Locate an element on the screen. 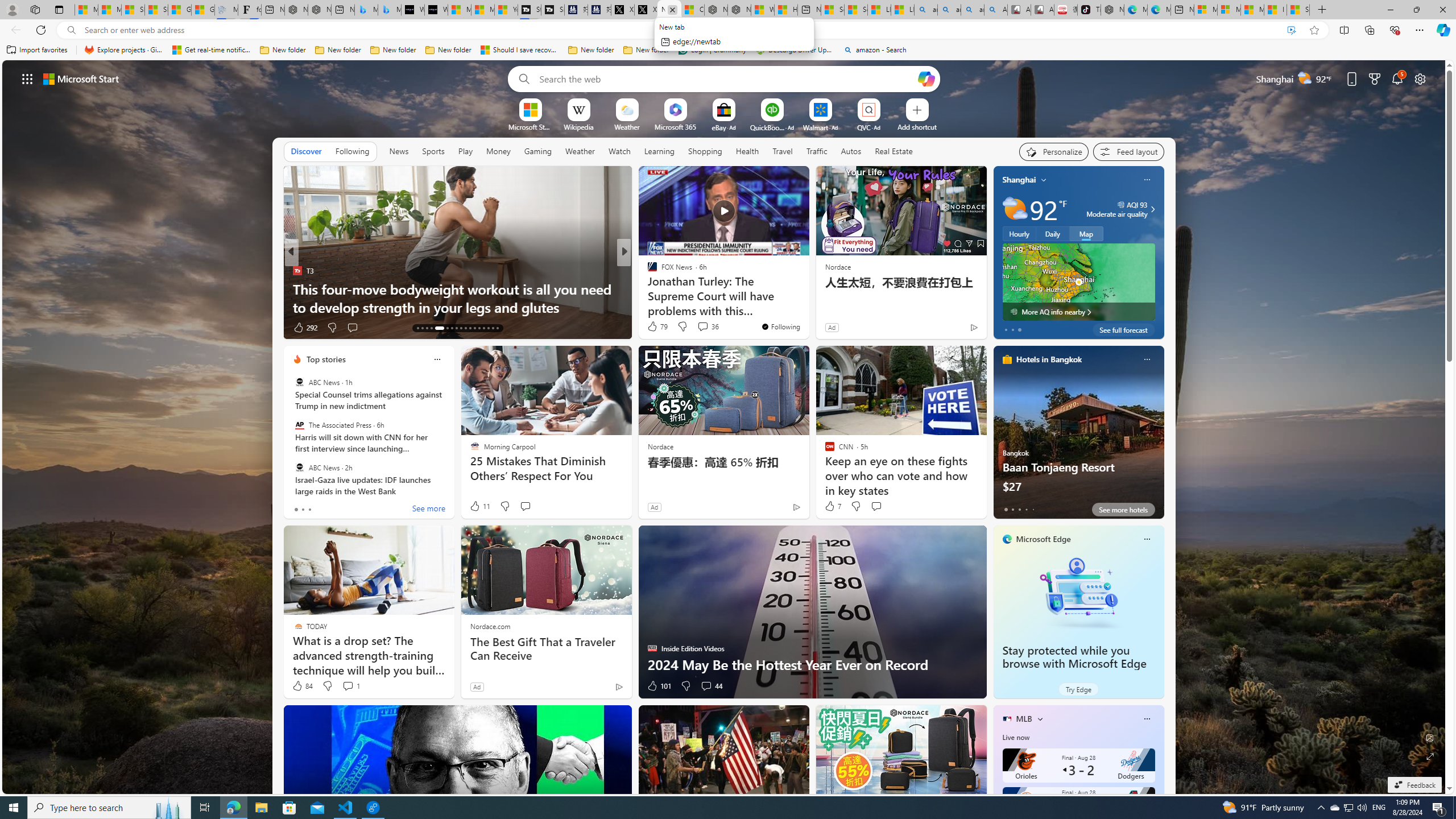  'Gaming' is located at coordinates (537, 151).